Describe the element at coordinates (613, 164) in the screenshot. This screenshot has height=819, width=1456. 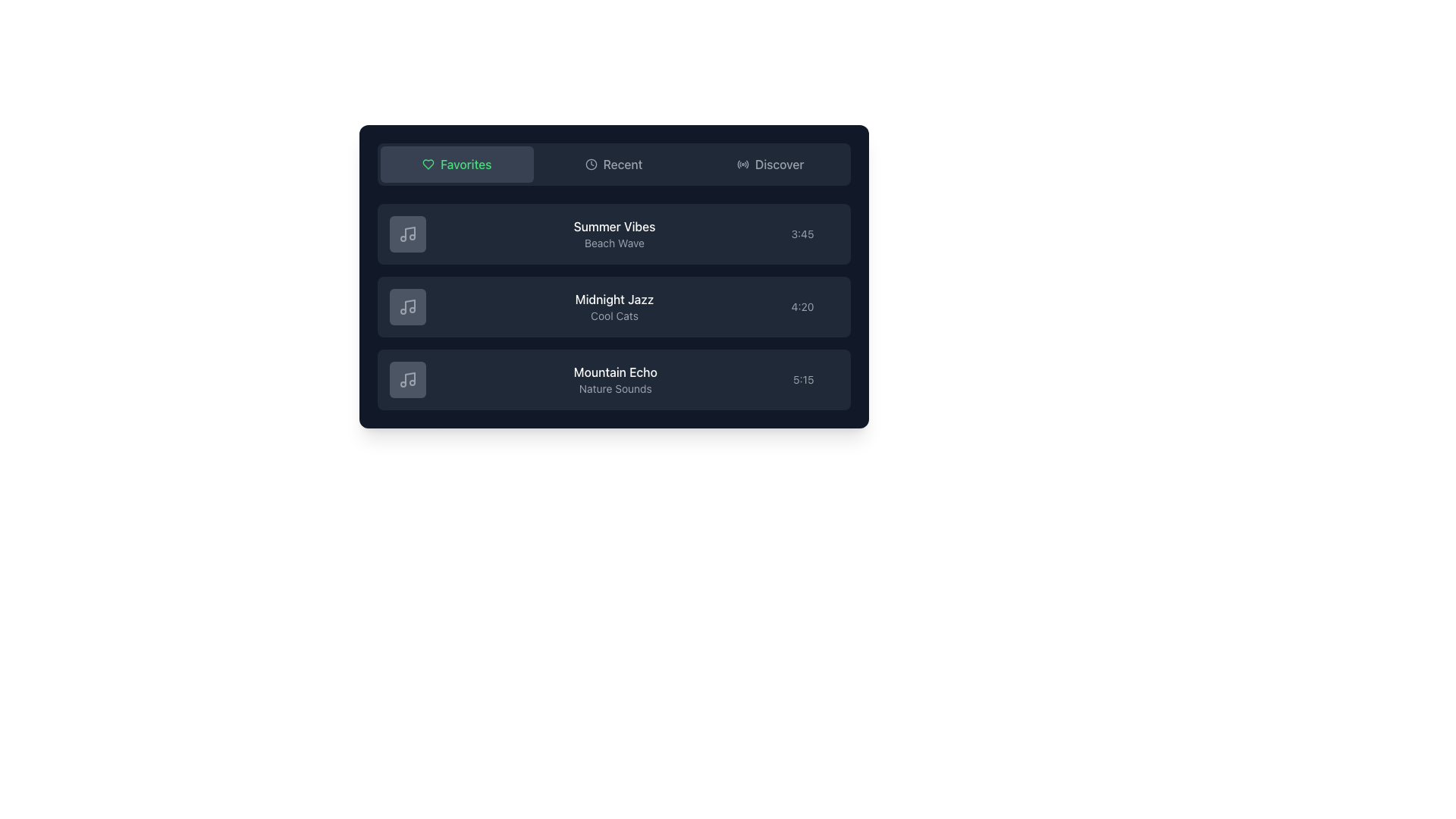
I see `the 'Recent' navigation tab, which is centered between the 'Favorites' and 'Discover' tabs` at that location.